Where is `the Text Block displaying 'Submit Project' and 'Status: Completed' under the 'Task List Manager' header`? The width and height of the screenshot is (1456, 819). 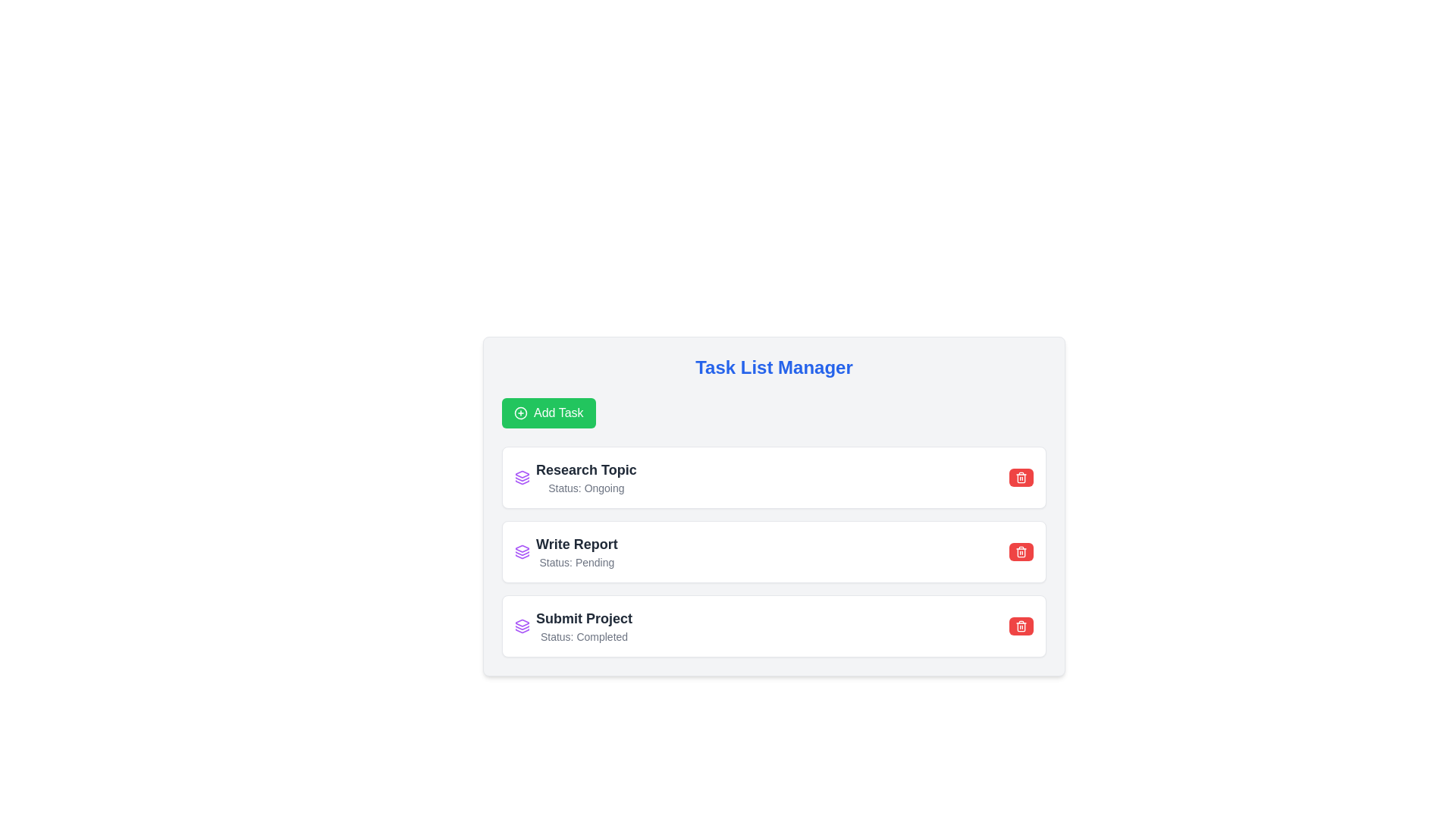
the Text Block displaying 'Submit Project' and 'Status: Completed' under the 'Task List Manager' header is located at coordinates (583, 626).